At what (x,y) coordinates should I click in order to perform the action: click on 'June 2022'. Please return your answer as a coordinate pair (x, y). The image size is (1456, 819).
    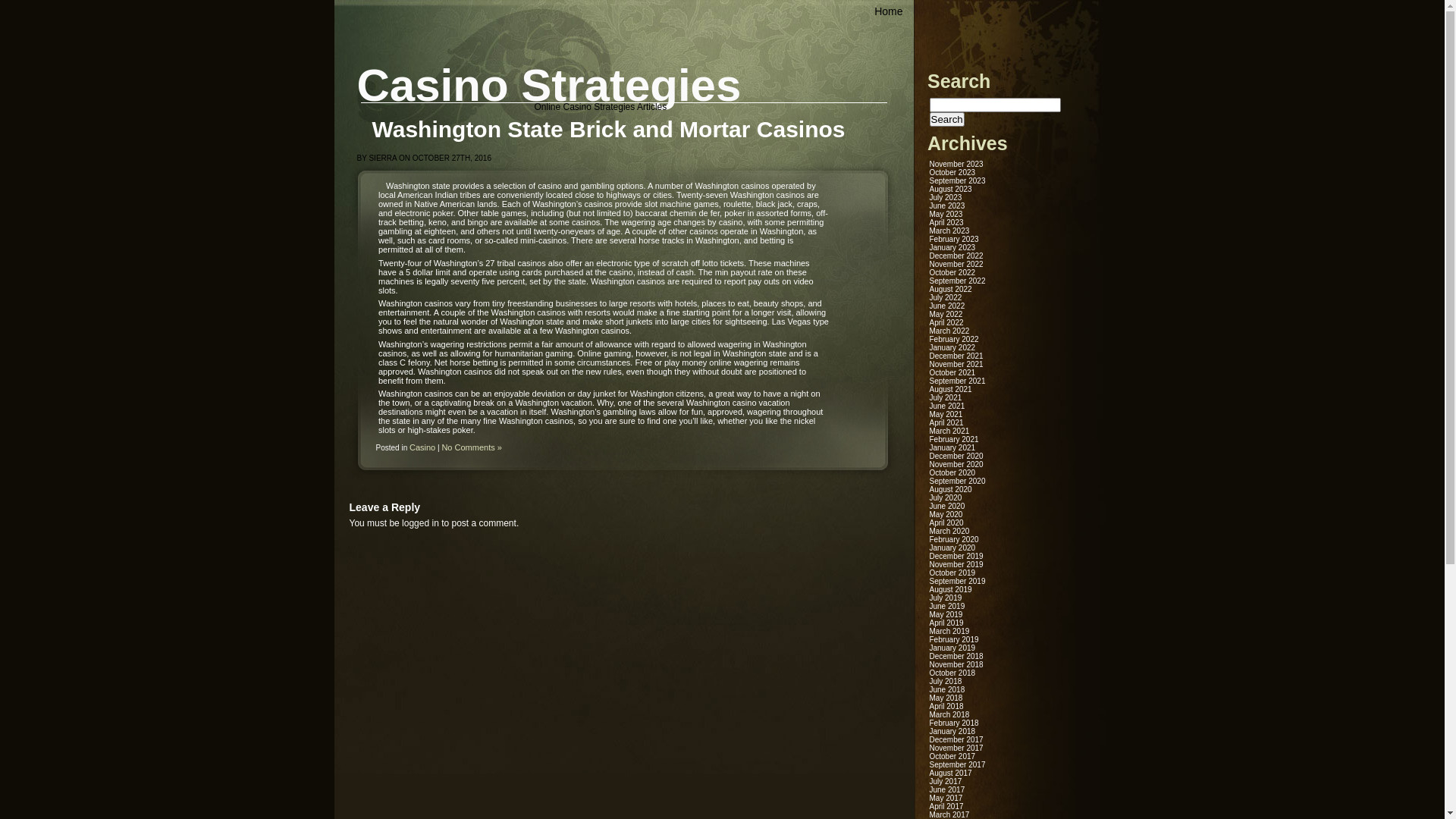
    Looking at the image, I should click on (928, 306).